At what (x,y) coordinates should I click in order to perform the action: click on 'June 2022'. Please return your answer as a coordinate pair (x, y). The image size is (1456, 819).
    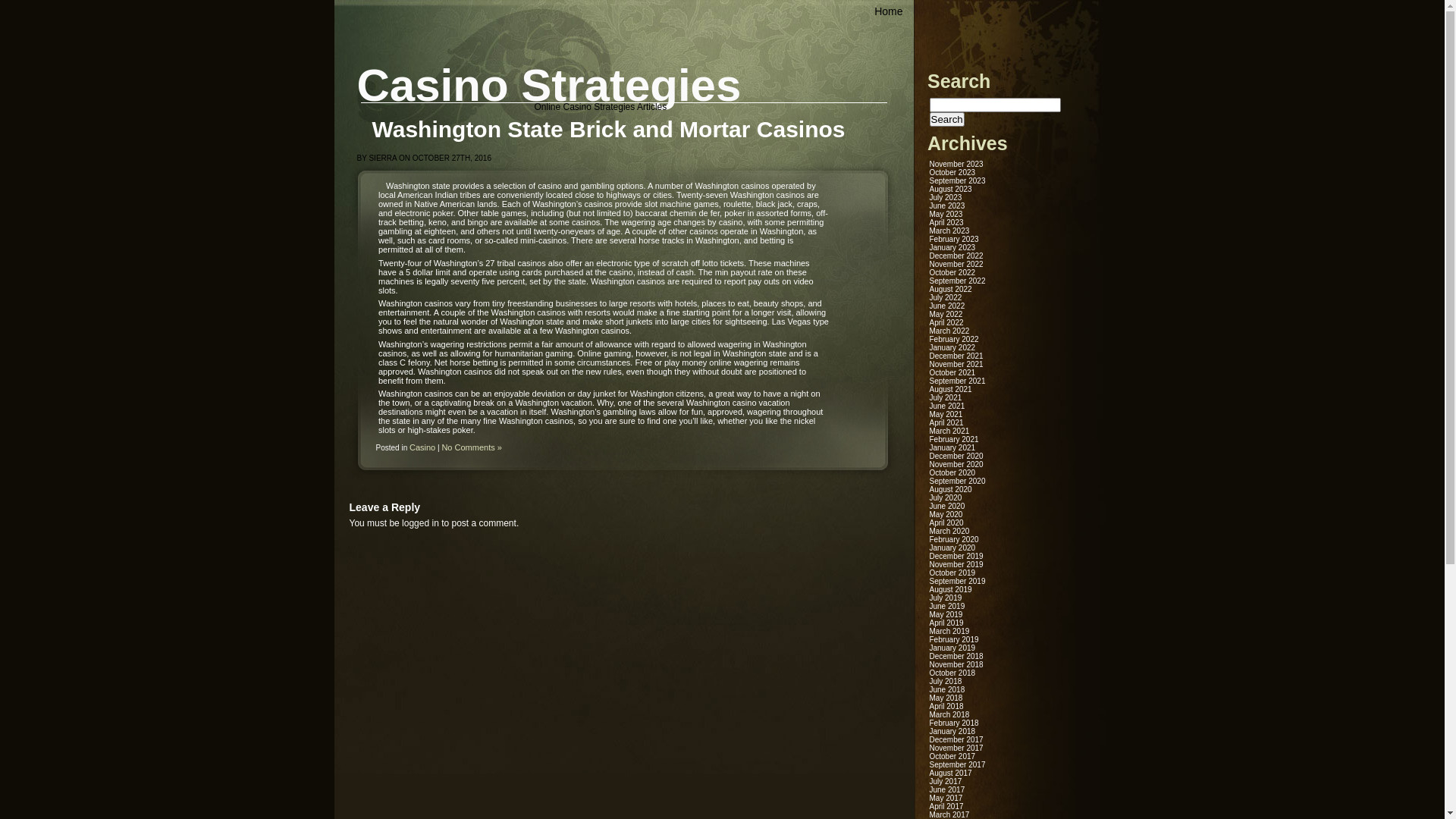
    Looking at the image, I should click on (928, 306).